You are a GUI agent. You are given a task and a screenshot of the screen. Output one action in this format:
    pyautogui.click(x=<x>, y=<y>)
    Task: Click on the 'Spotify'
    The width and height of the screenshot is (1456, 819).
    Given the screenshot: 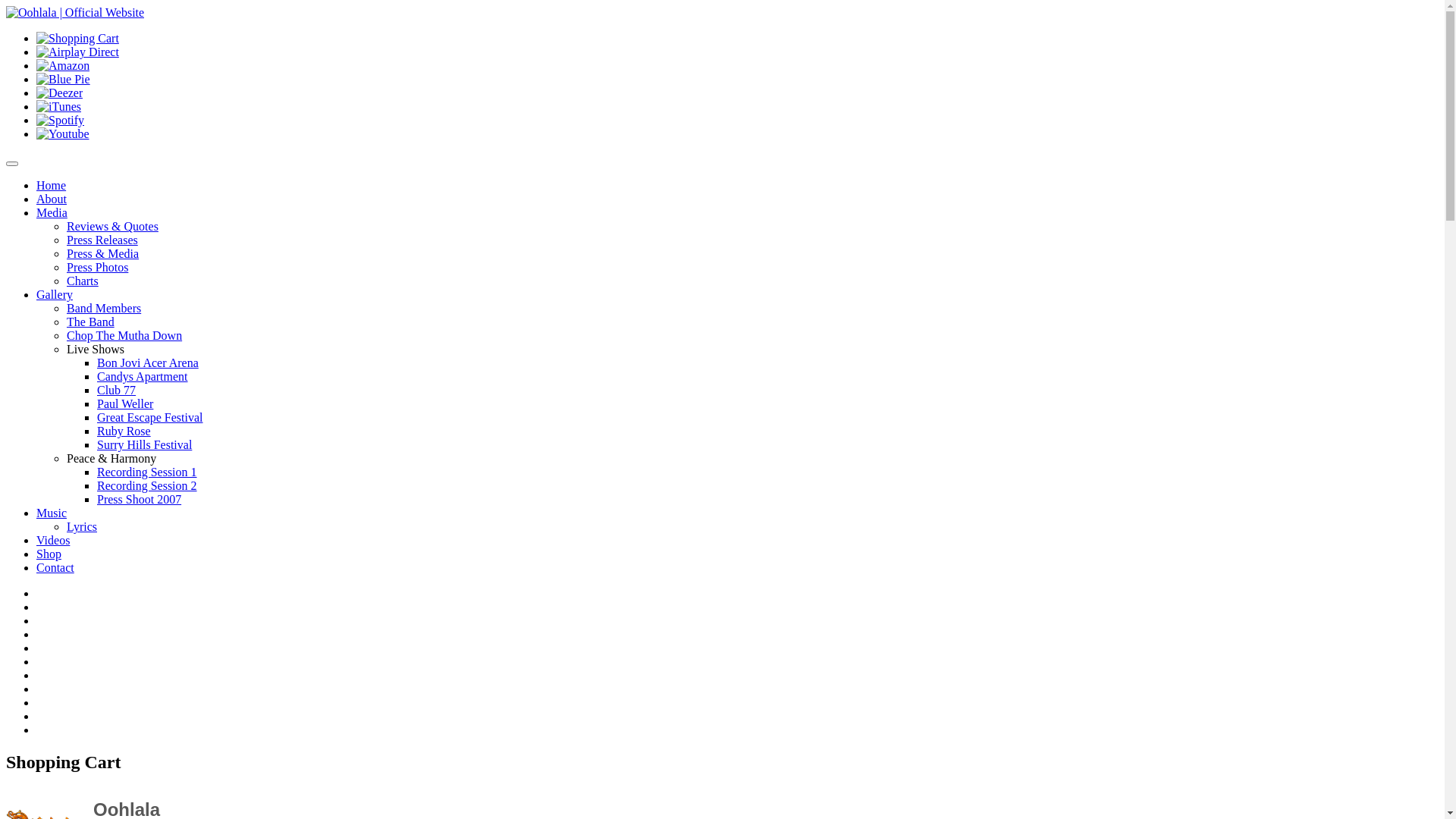 What is the action you would take?
    pyautogui.click(x=60, y=119)
    